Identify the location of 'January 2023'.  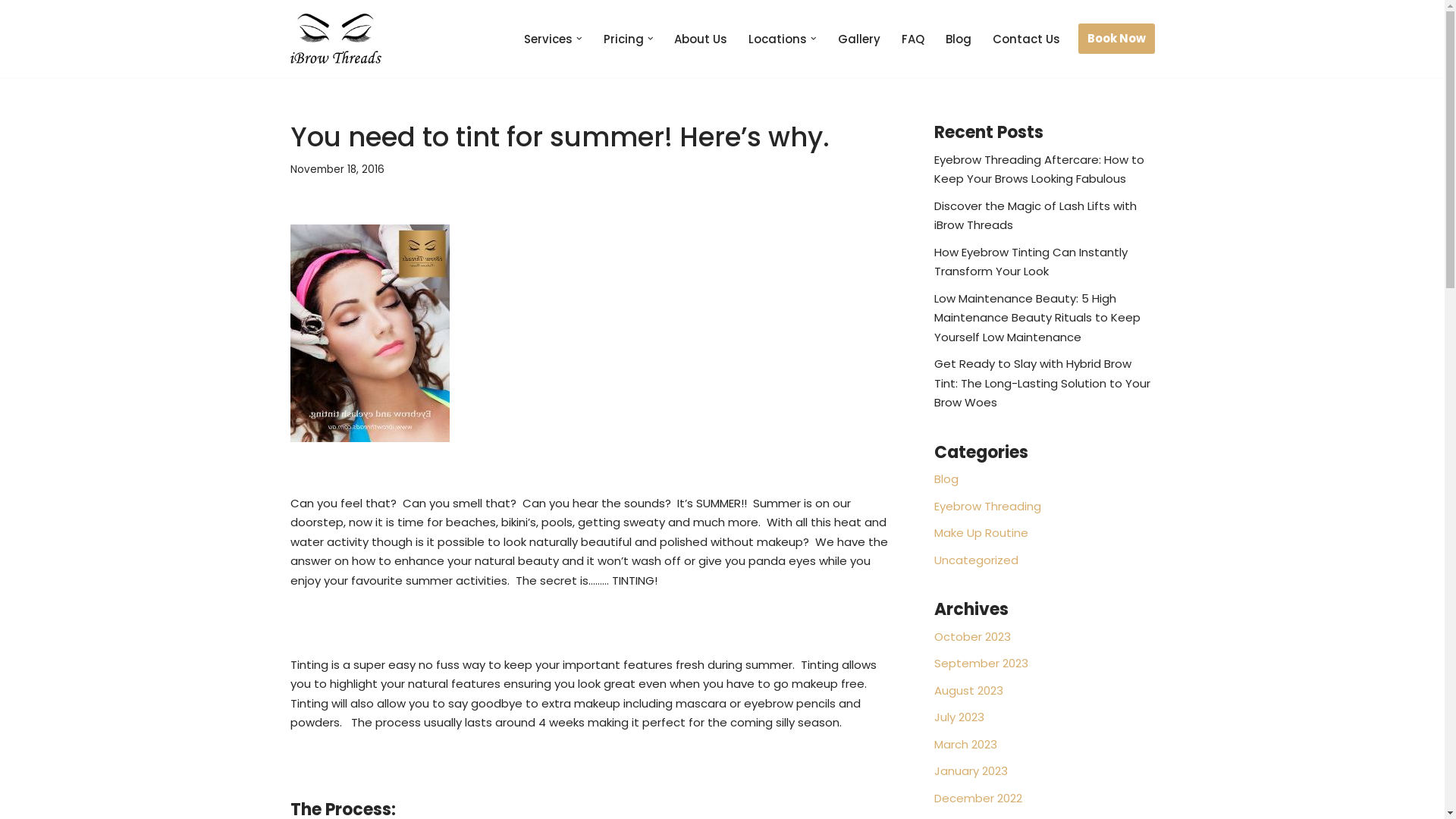
(971, 770).